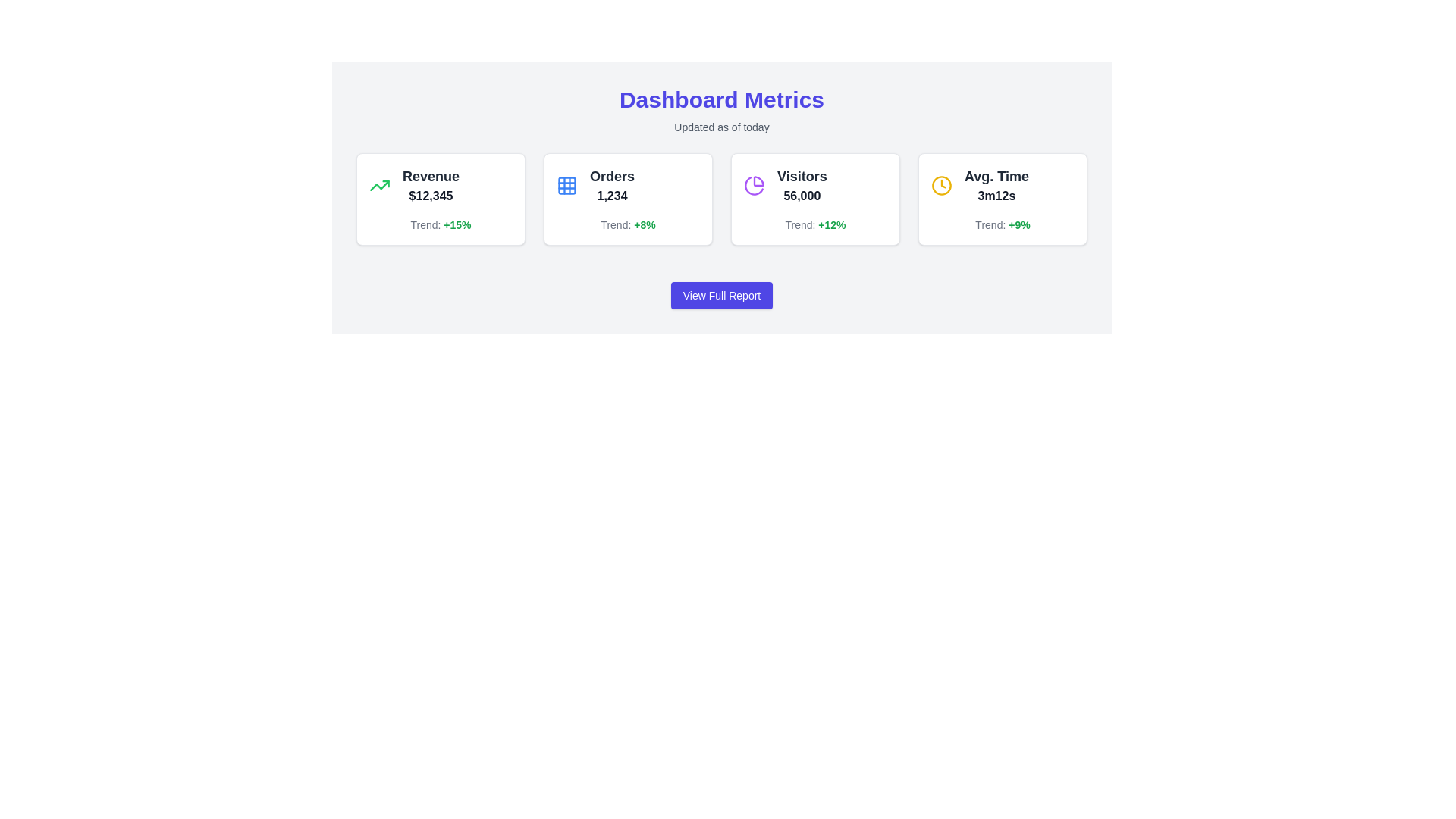 This screenshot has width=1456, height=819. What do you see at coordinates (996, 185) in the screenshot?
I see `the 'Avg. Time' text display element that shows the value '3m12s', which is styled in bold dark gray and located within a card on the far right of a row of metric cards` at bounding box center [996, 185].